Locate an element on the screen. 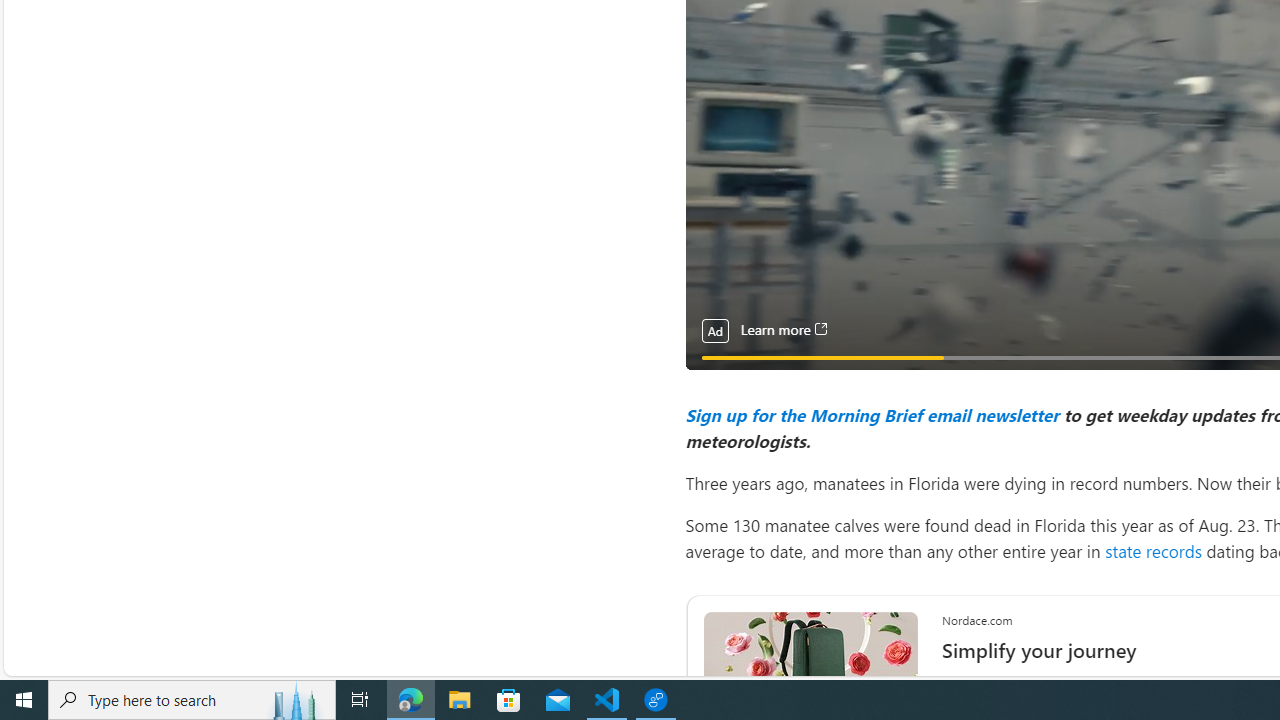  'state records' is located at coordinates (1153, 550).